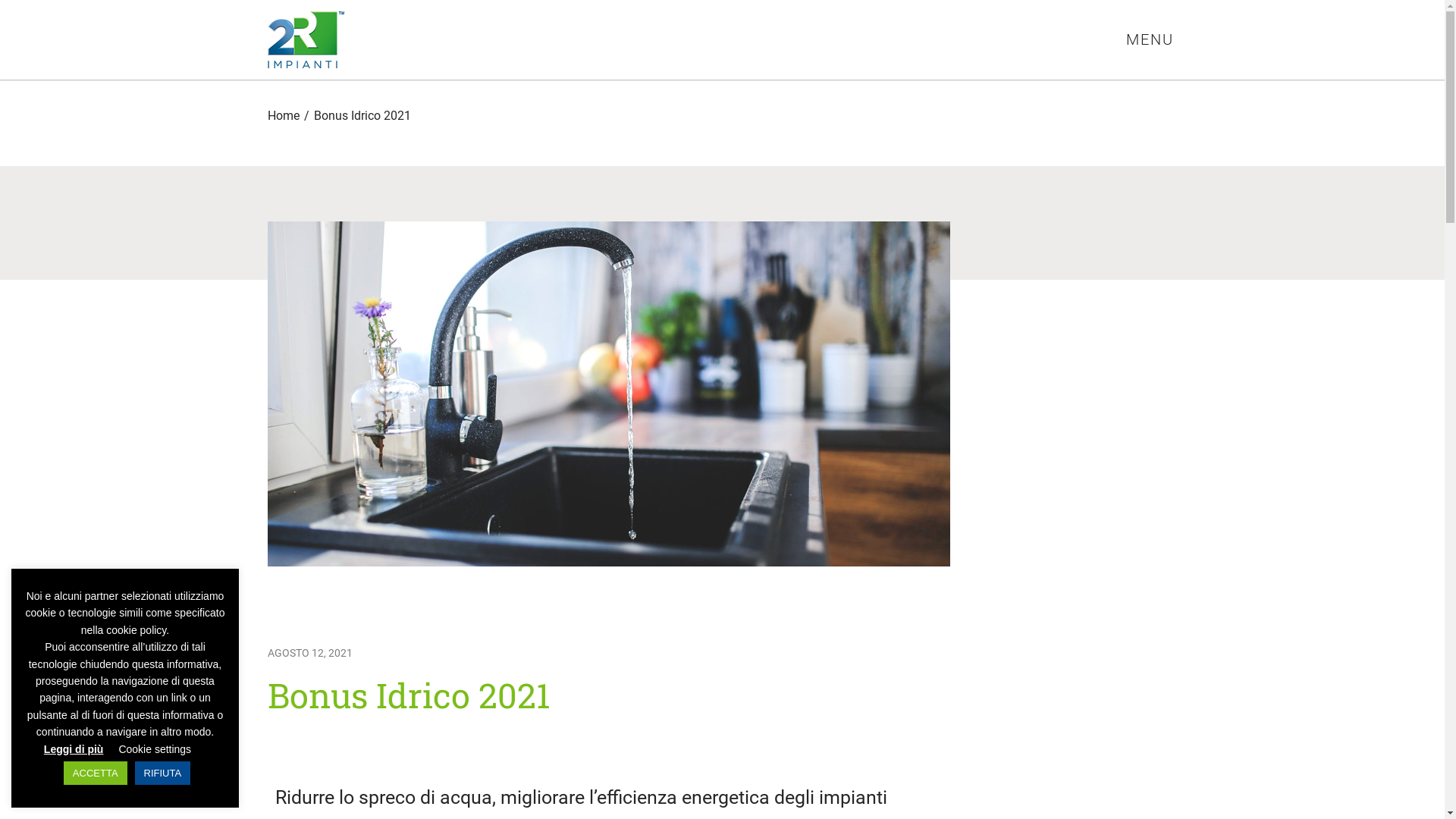  I want to click on 'ACCETTA', so click(94, 773).